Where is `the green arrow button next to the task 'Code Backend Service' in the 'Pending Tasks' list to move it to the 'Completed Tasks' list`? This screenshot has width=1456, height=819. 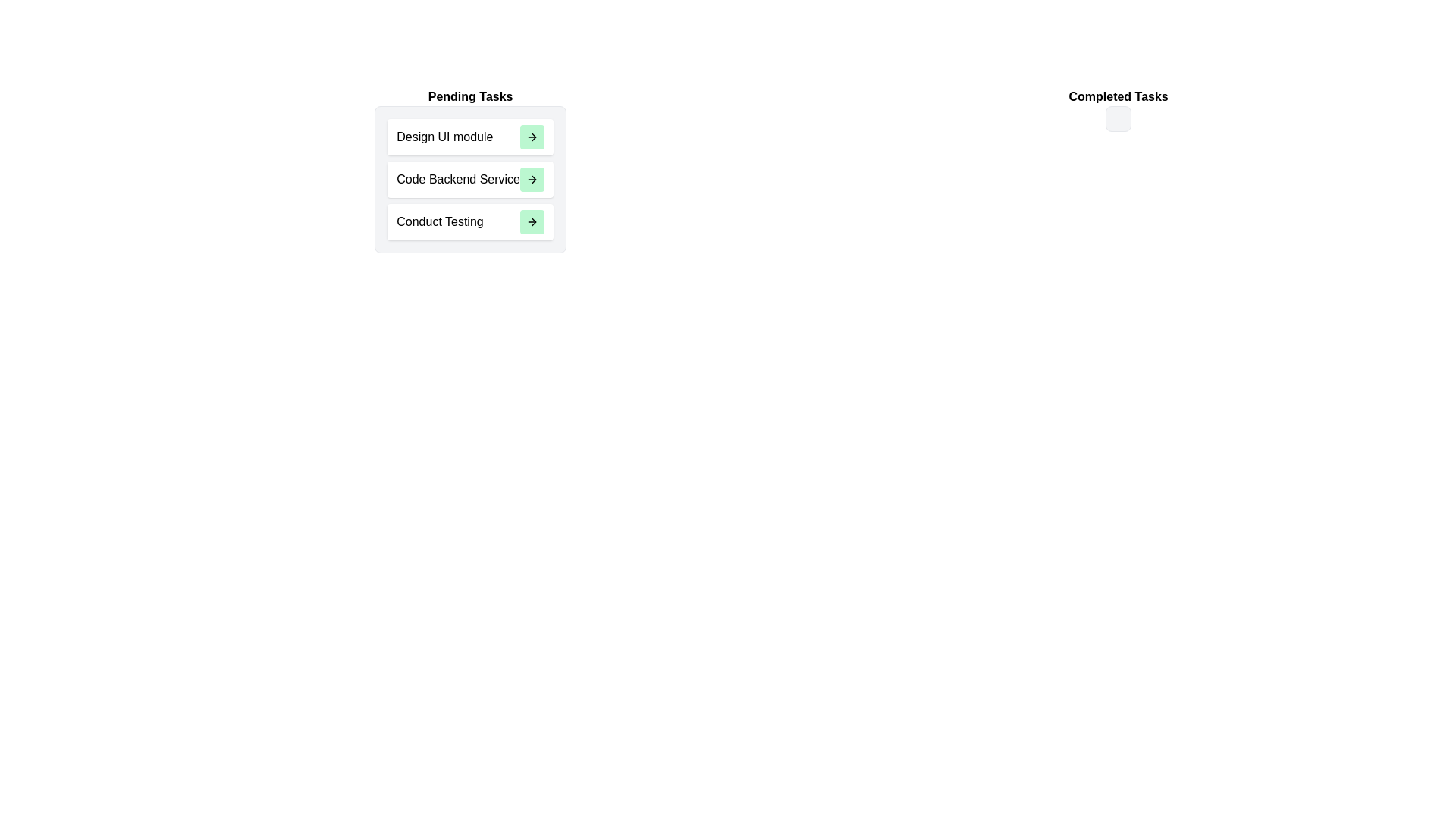 the green arrow button next to the task 'Code Backend Service' in the 'Pending Tasks' list to move it to the 'Completed Tasks' list is located at coordinates (532, 178).